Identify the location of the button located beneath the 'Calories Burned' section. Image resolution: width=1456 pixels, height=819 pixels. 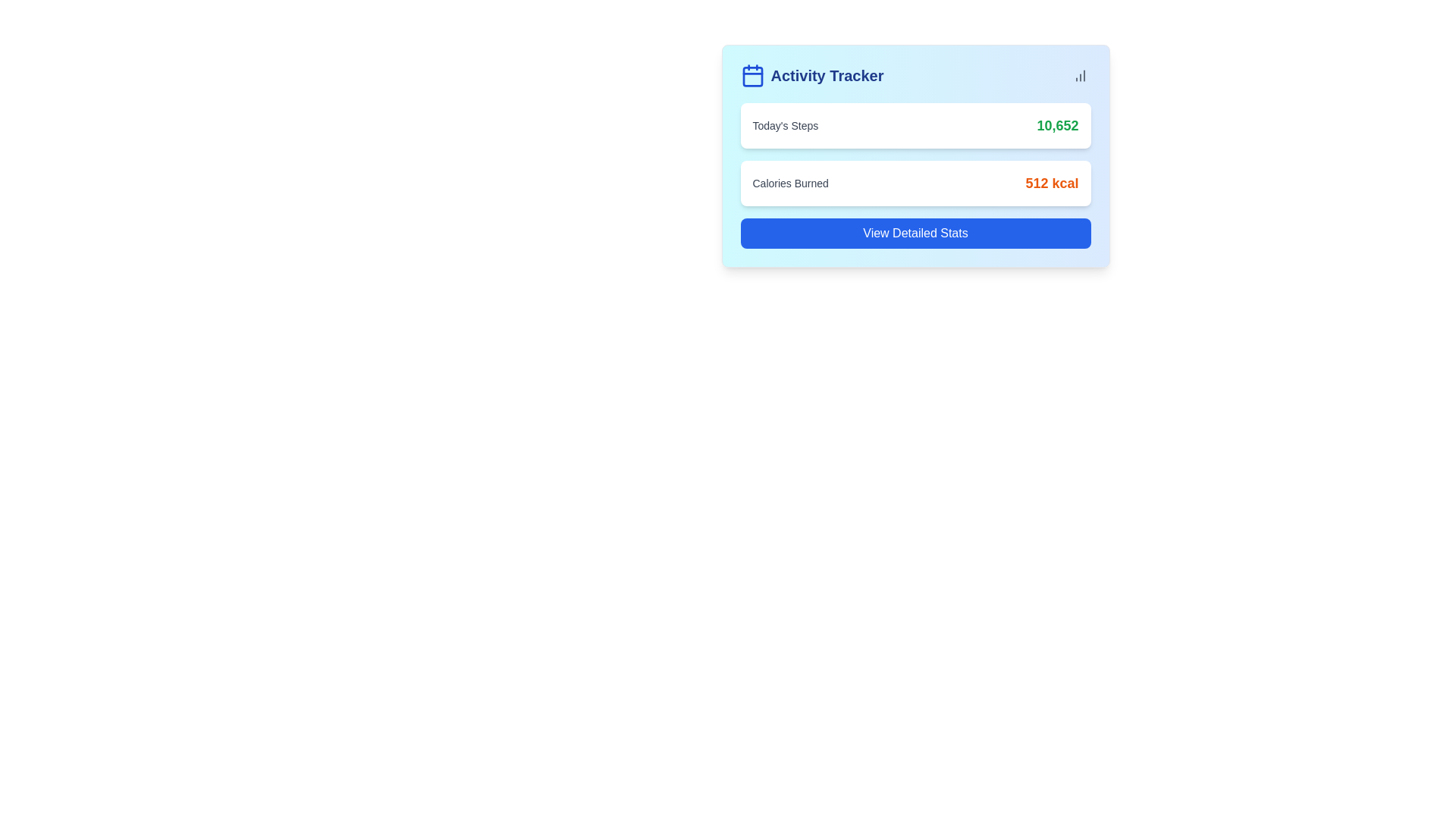
(915, 234).